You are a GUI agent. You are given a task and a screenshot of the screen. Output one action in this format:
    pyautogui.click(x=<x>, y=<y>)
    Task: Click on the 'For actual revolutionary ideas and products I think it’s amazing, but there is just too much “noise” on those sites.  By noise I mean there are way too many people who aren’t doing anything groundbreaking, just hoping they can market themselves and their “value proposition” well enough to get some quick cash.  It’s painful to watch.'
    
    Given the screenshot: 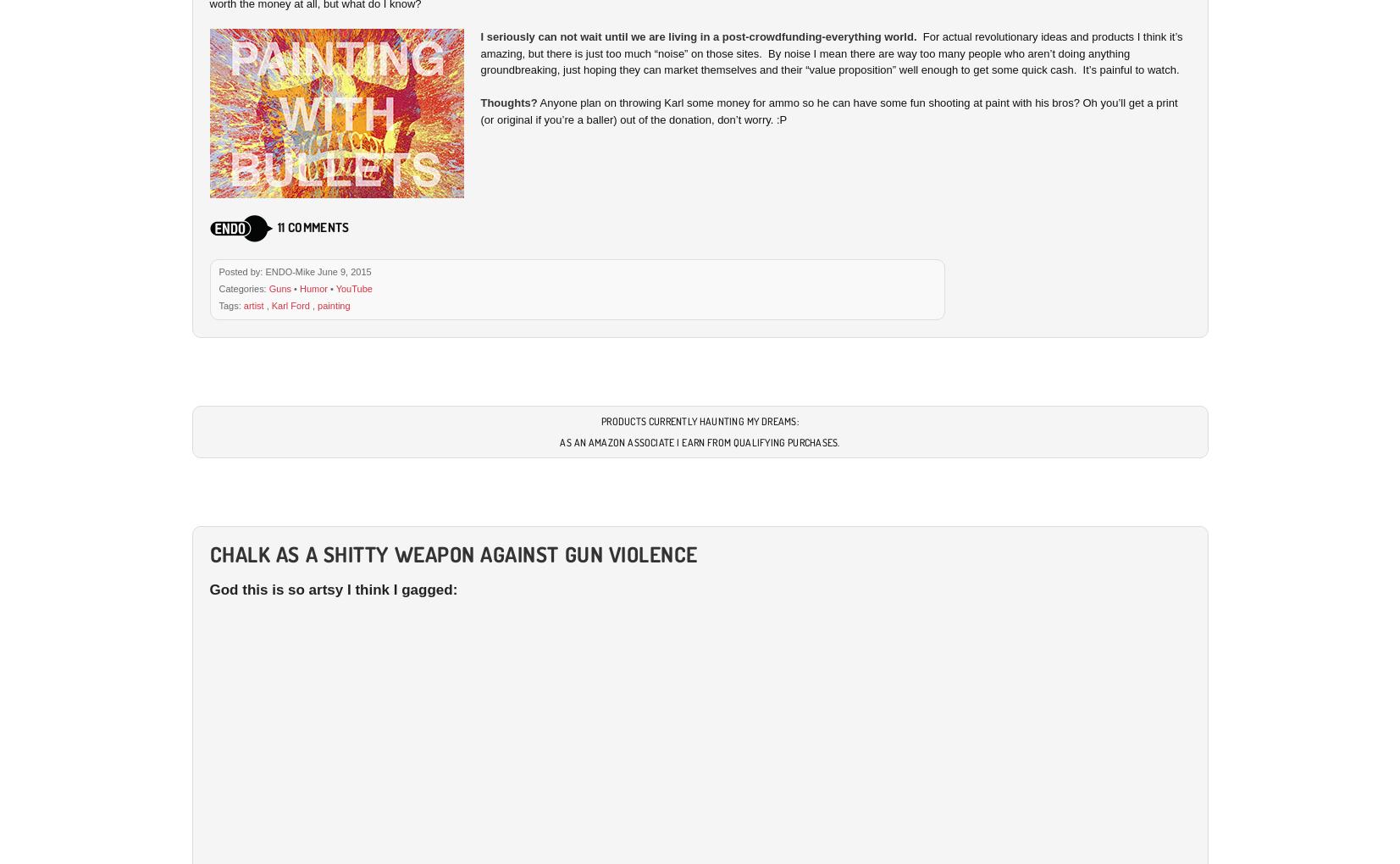 What is the action you would take?
    pyautogui.click(x=831, y=53)
    